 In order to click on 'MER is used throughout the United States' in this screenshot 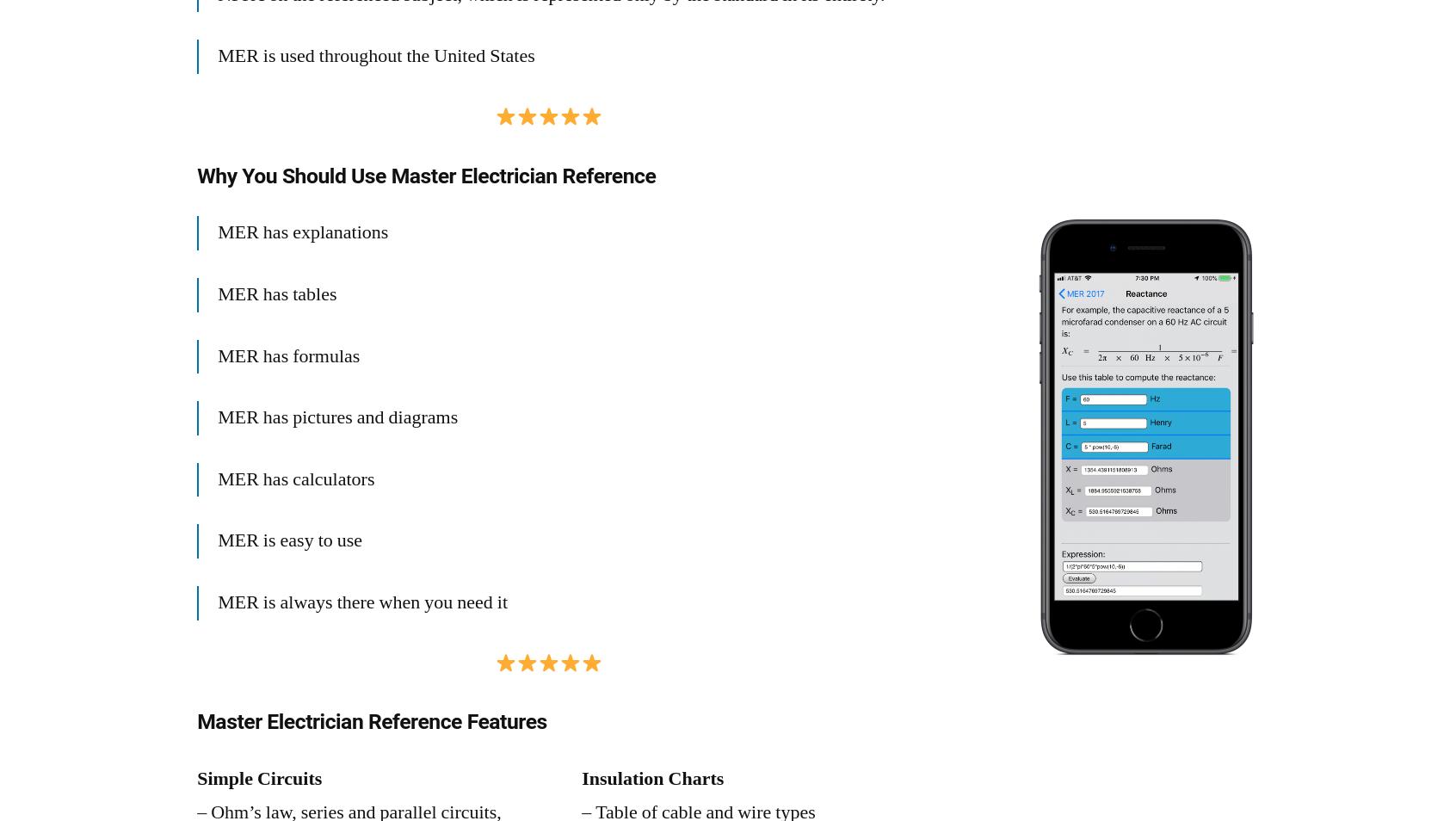, I will do `click(375, 54)`.